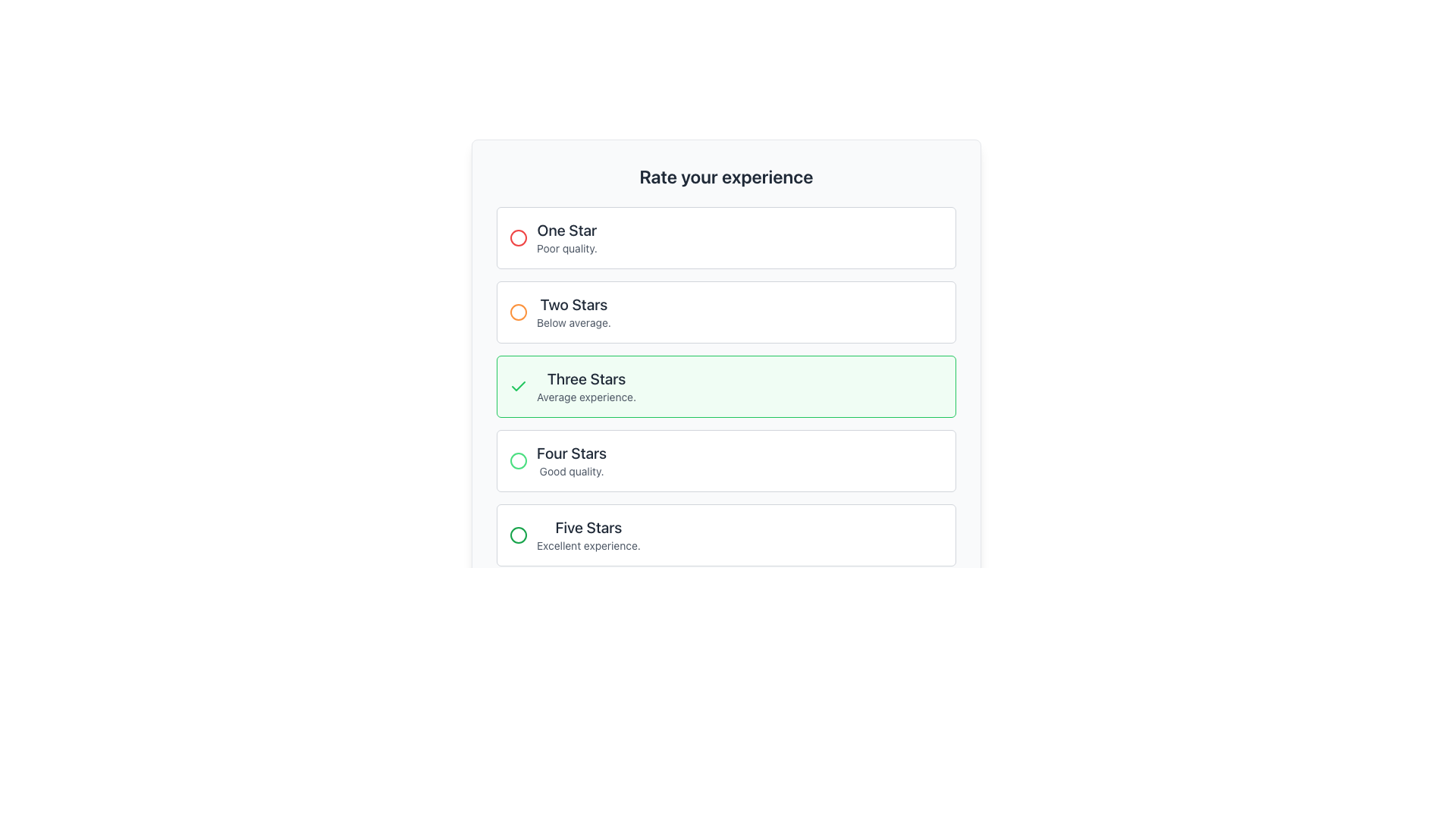  What do you see at coordinates (726, 534) in the screenshot?
I see `the 'Five Stars' radio button option to trigger a visual cue` at bounding box center [726, 534].